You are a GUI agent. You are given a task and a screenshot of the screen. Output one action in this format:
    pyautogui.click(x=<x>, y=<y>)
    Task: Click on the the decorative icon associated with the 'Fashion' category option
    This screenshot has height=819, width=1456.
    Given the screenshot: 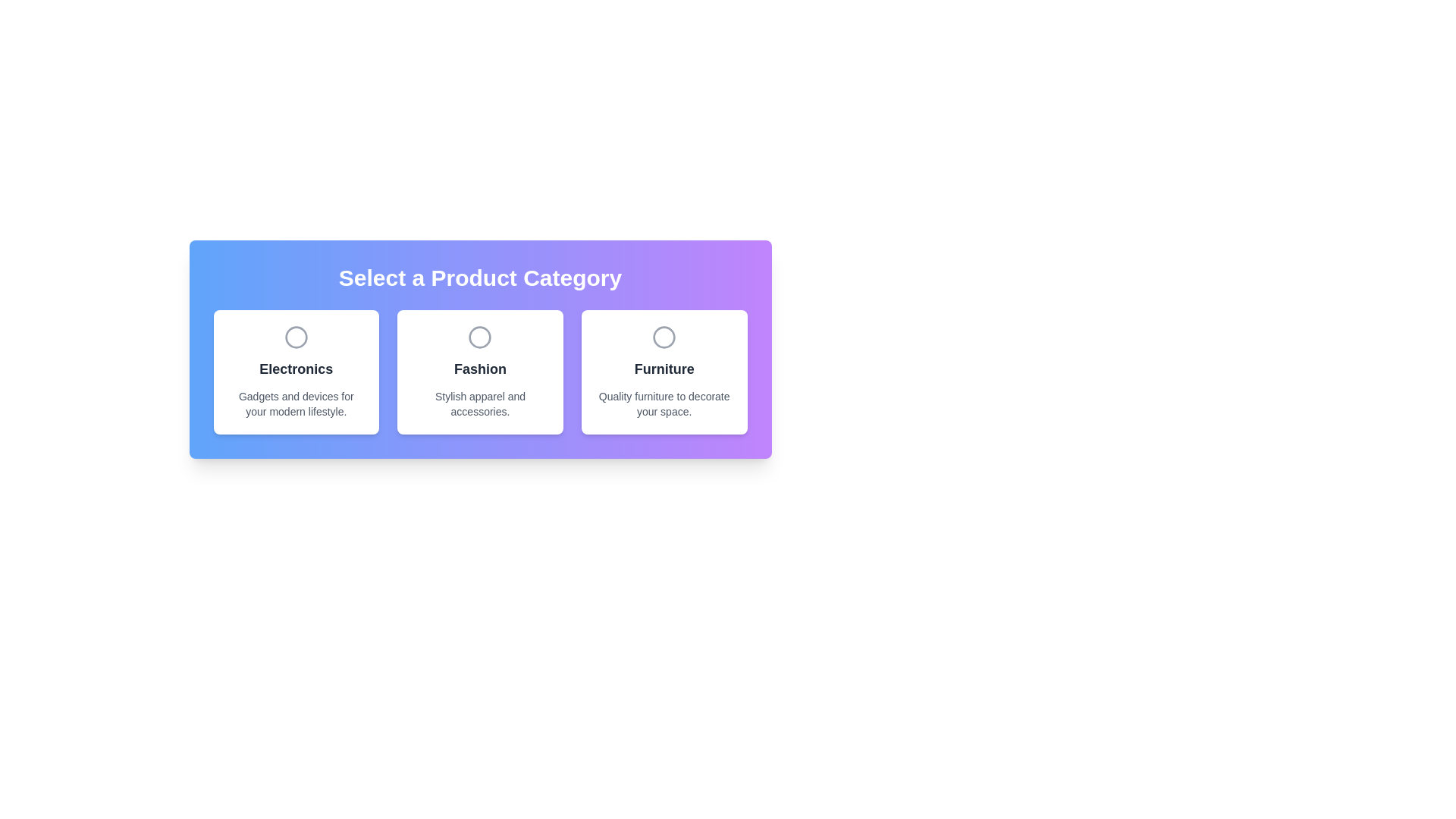 What is the action you would take?
    pyautogui.click(x=479, y=336)
    